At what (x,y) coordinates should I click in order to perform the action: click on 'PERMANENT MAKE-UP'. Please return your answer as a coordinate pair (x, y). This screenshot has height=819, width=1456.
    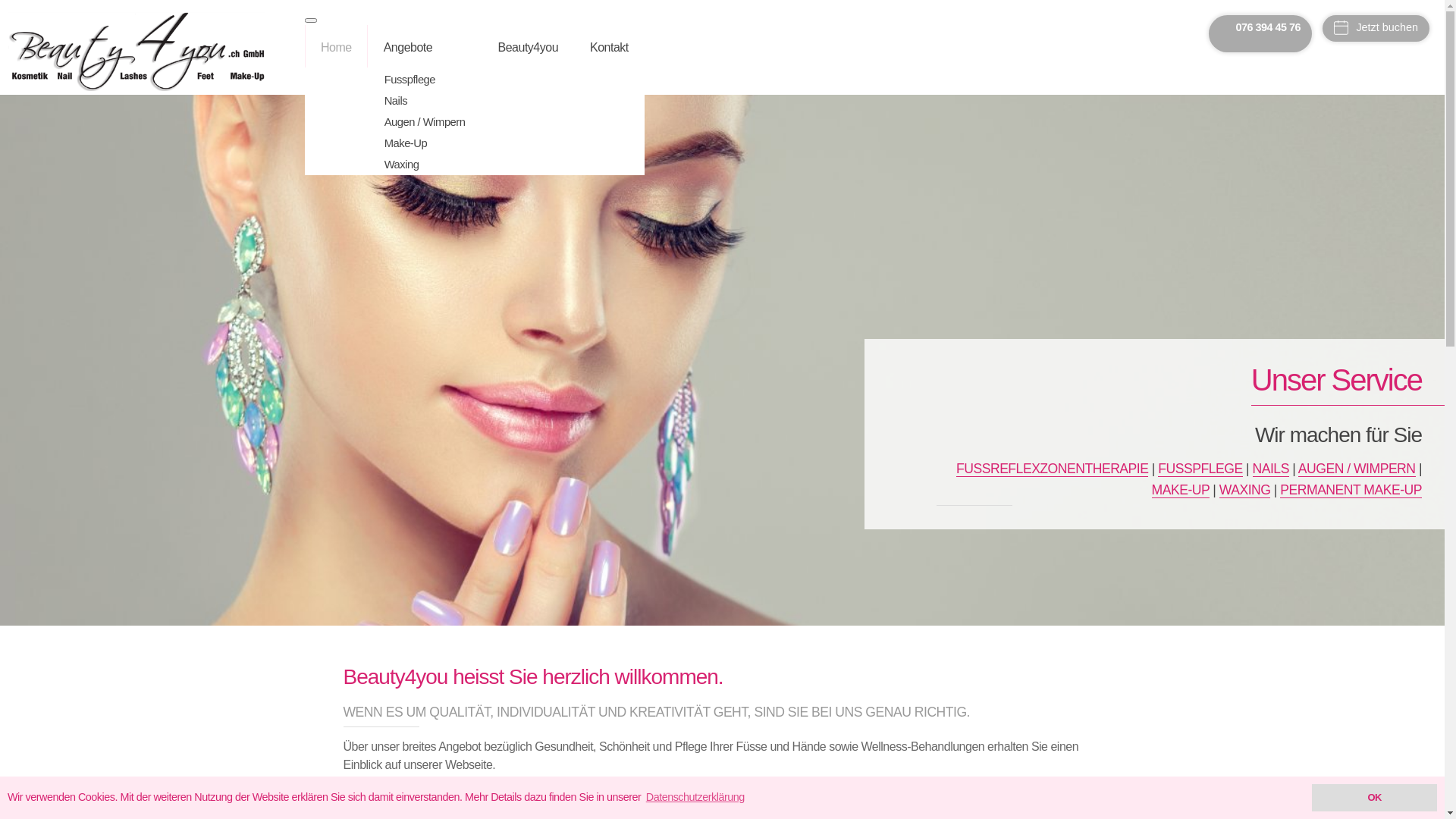
    Looking at the image, I should click on (1351, 490).